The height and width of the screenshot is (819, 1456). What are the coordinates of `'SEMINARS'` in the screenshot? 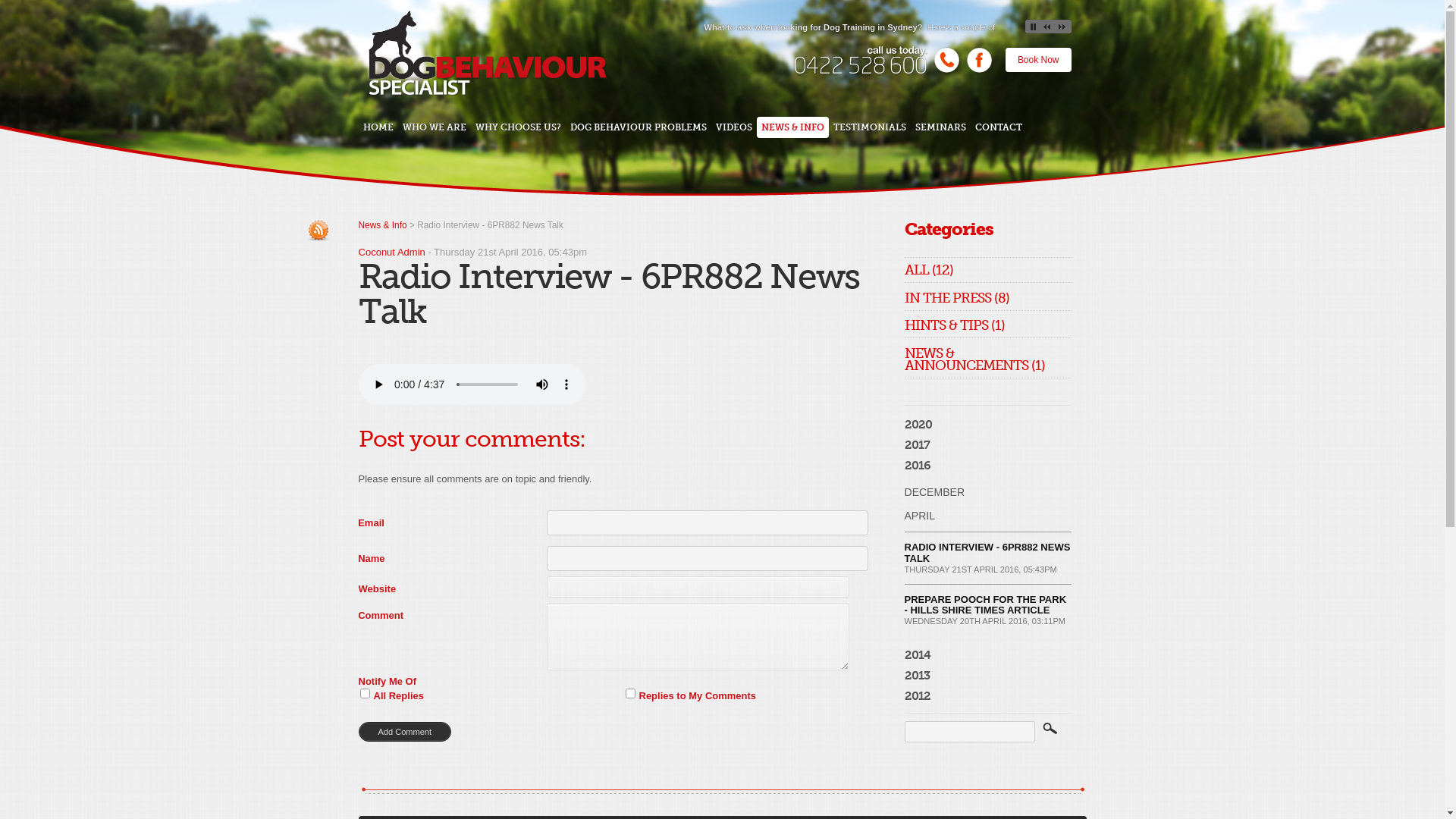 It's located at (940, 127).